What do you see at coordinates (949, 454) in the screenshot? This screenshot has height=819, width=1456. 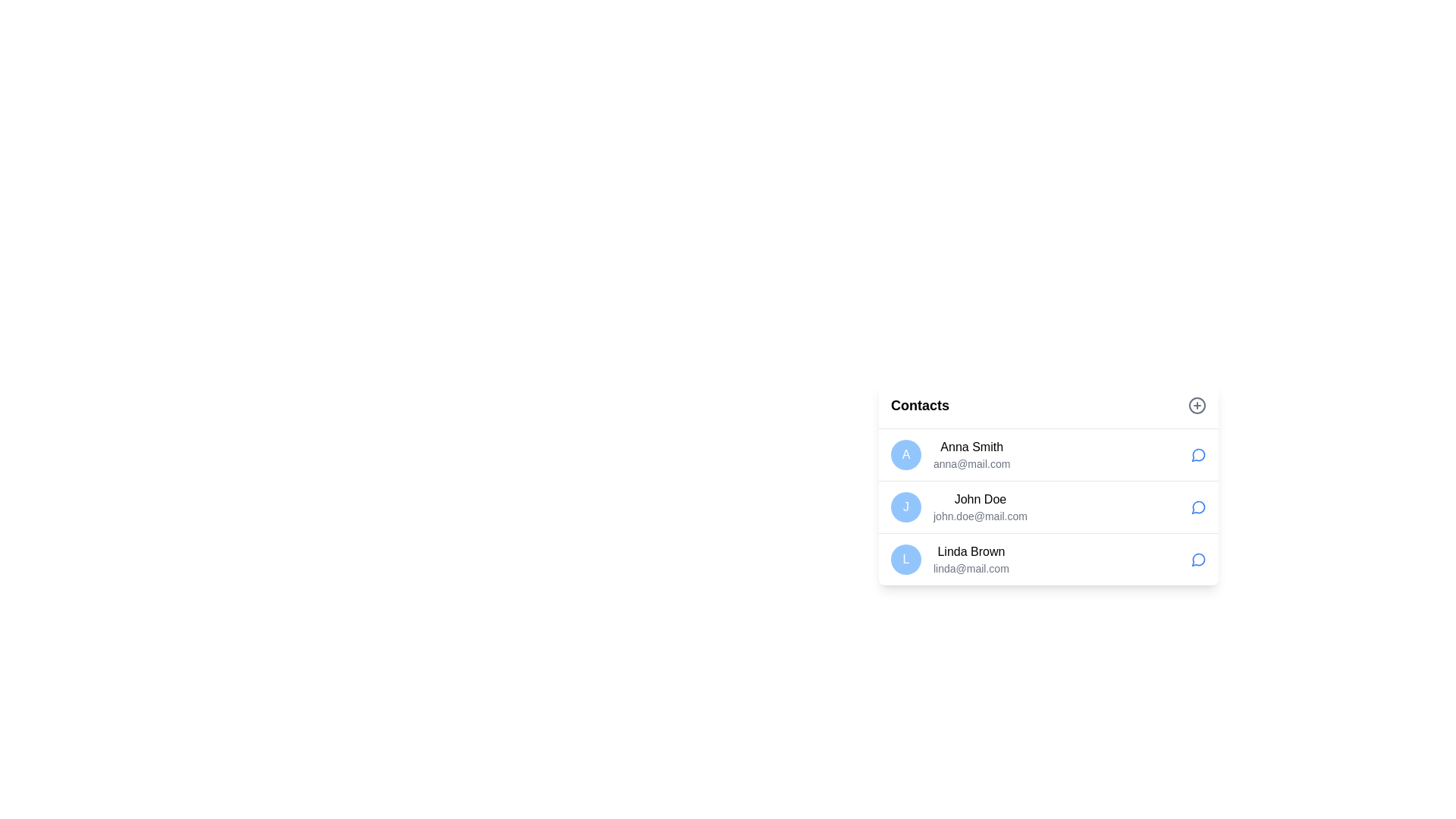 I see `the profile entry for 'Anna Smith', which consists of a blue circular icon with a white letter 'A' and includes the name 'Anna Smith' and email 'anna@mail.com'` at bounding box center [949, 454].